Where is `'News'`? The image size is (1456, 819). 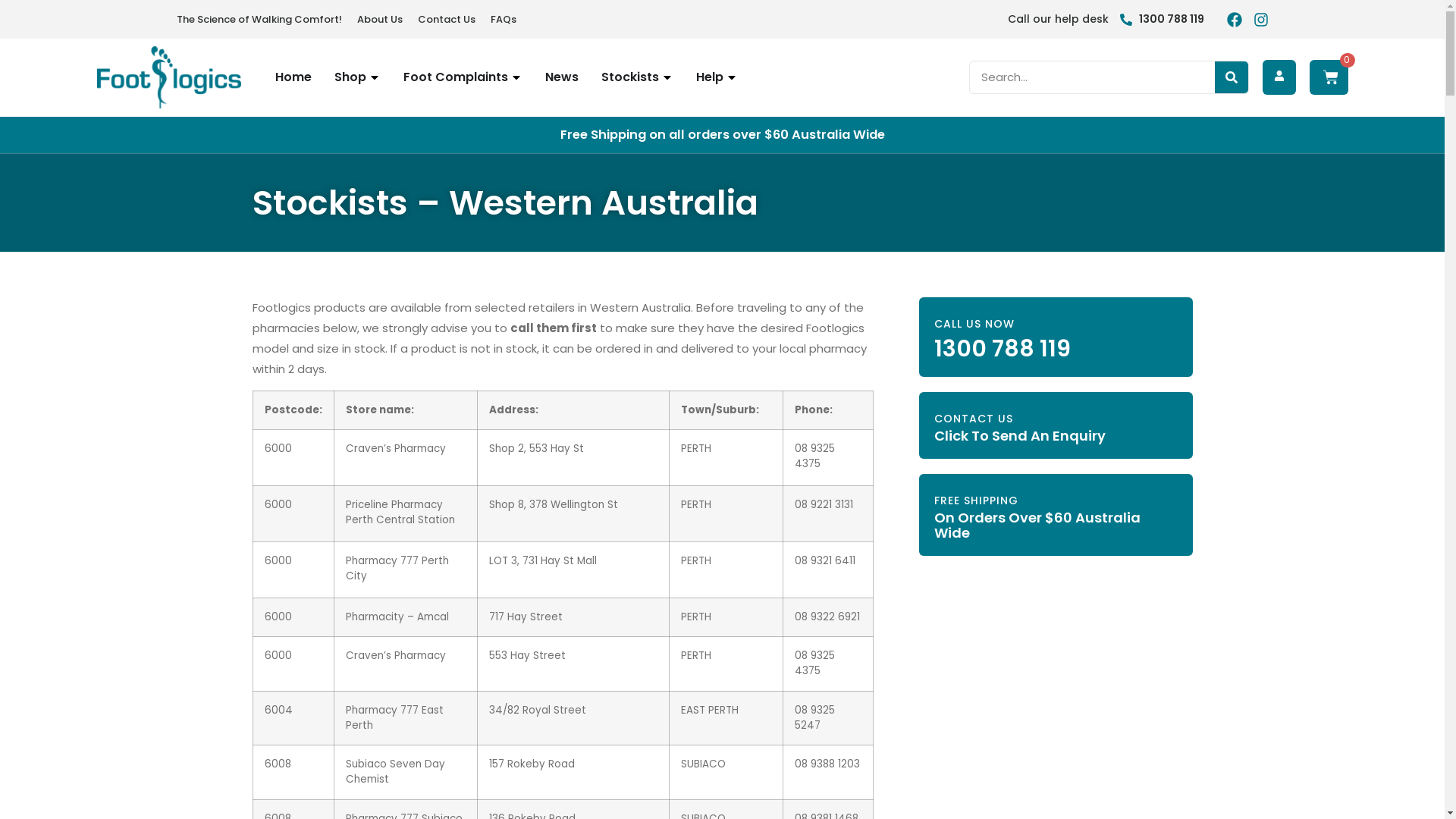
'News' is located at coordinates (560, 77).